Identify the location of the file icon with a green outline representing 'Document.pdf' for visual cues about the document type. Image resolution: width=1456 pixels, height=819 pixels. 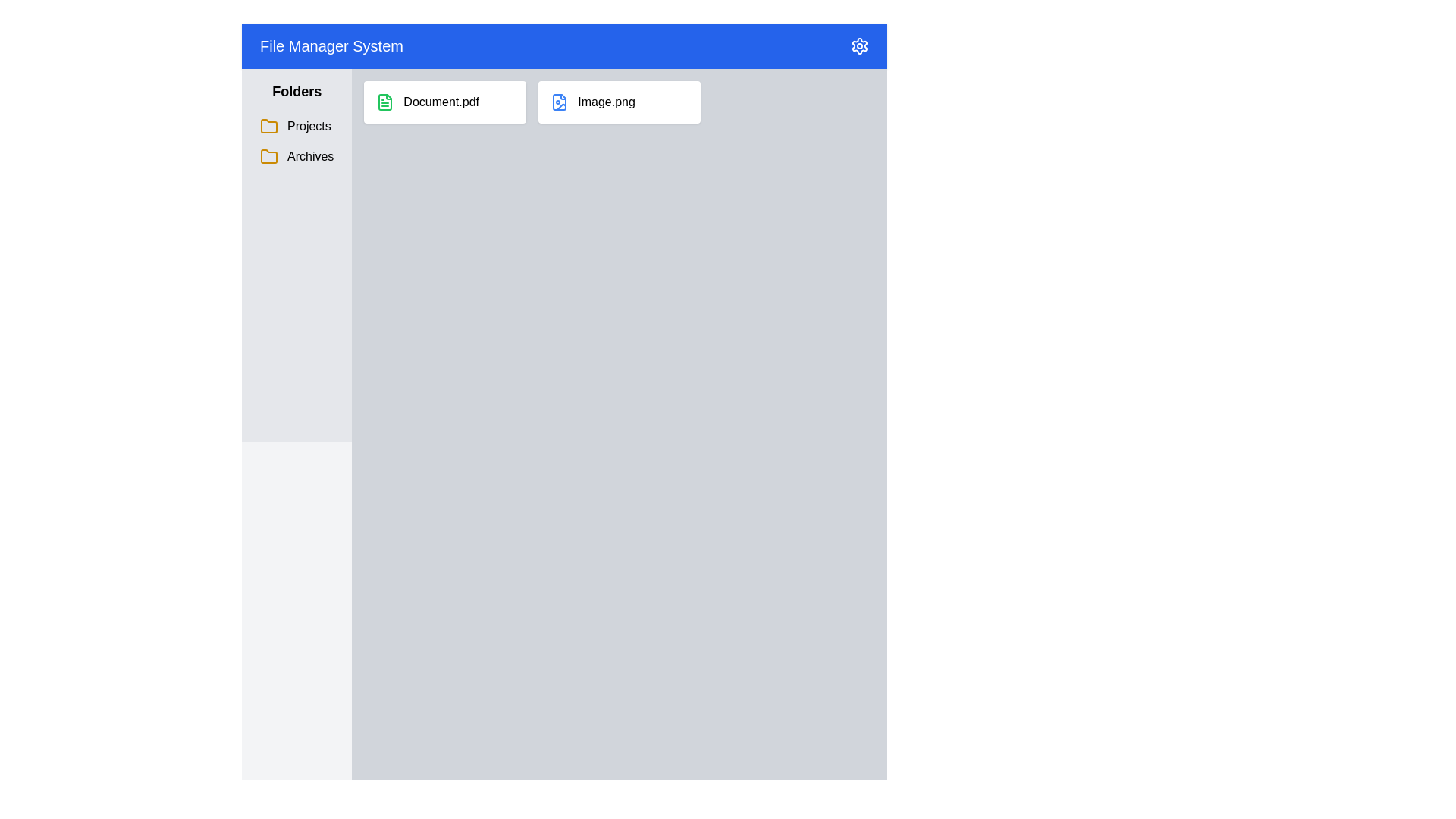
(385, 102).